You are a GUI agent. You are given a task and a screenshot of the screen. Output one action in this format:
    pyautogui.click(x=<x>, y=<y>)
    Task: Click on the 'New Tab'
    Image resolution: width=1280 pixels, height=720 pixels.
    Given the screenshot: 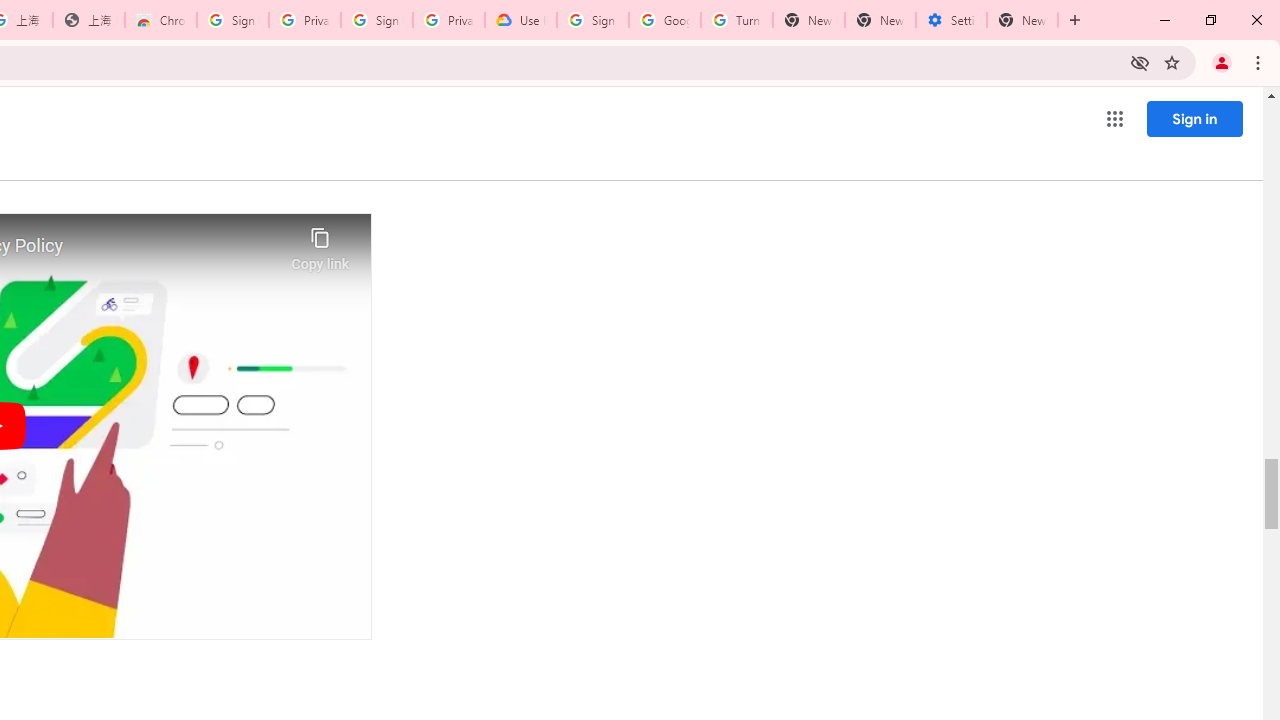 What is the action you would take?
    pyautogui.click(x=1022, y=20)
    